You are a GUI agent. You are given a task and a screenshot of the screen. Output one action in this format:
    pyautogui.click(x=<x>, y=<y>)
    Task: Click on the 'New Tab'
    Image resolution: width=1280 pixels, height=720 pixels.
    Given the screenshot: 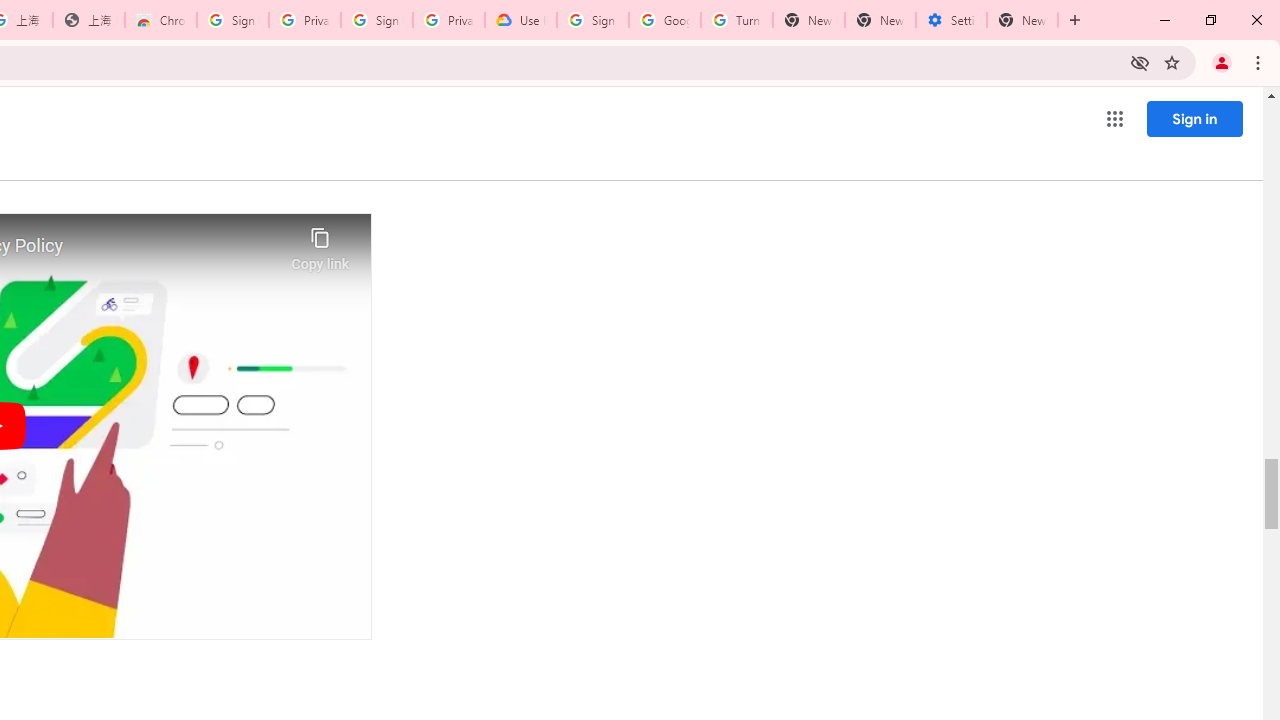 What is the action you would take?
    pyautogui.click(x=1022, y=20)
    